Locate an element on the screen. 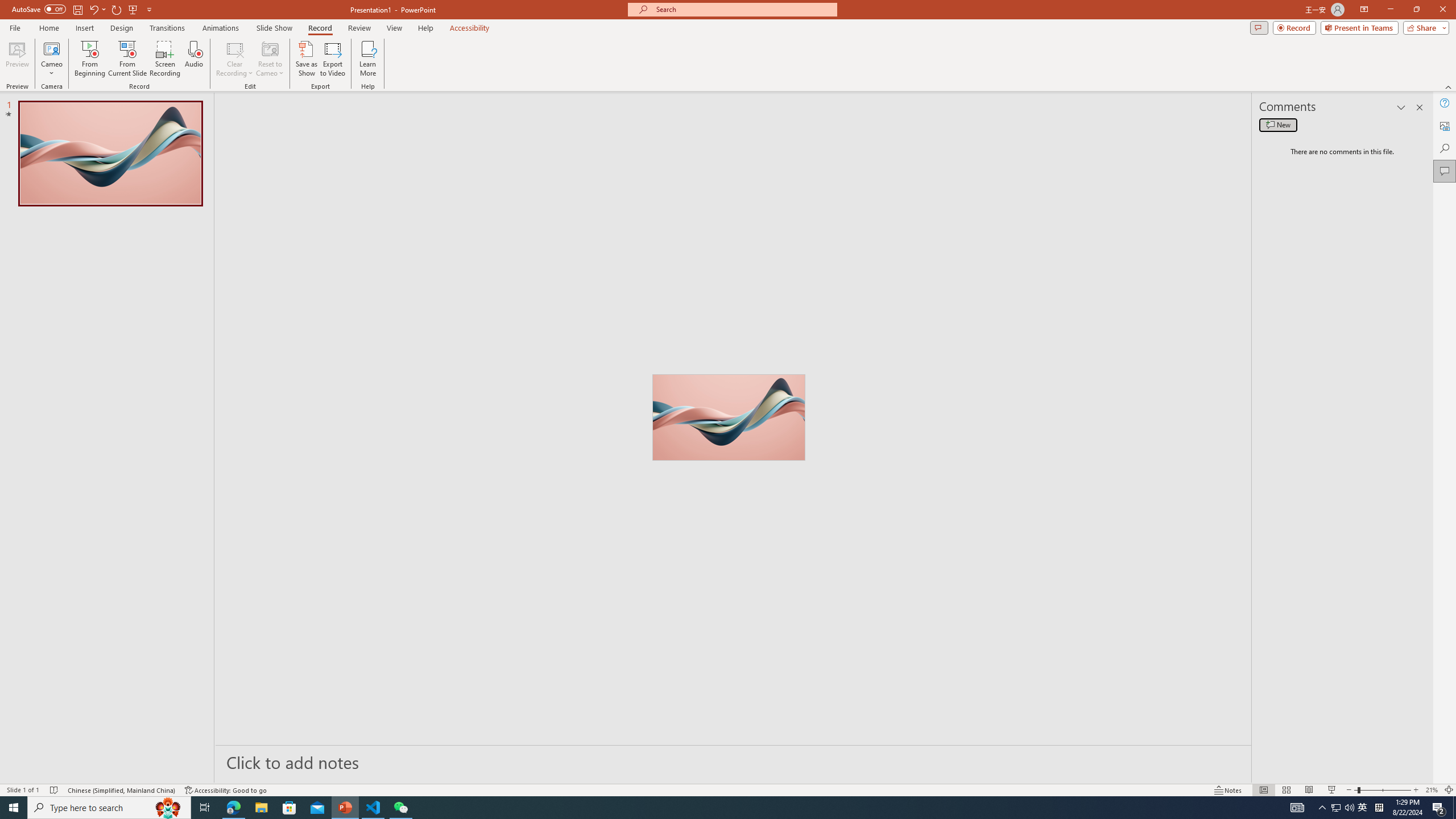 Image resolution: width=1456 pixels, height=819 pixels. 'Clear Recording' is located at coordinates (234, 59).